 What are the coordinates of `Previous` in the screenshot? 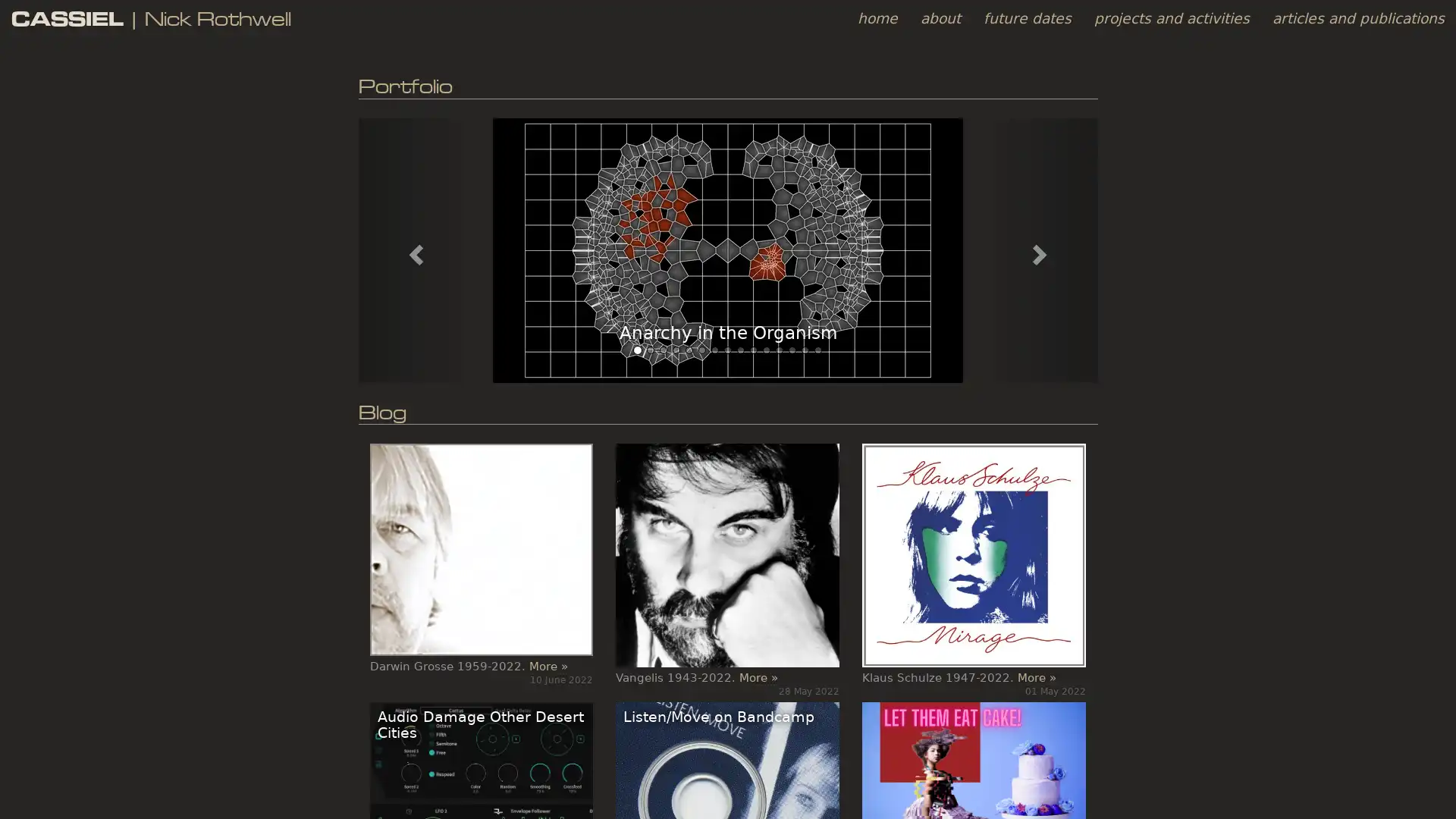 It's located at (413, 249).